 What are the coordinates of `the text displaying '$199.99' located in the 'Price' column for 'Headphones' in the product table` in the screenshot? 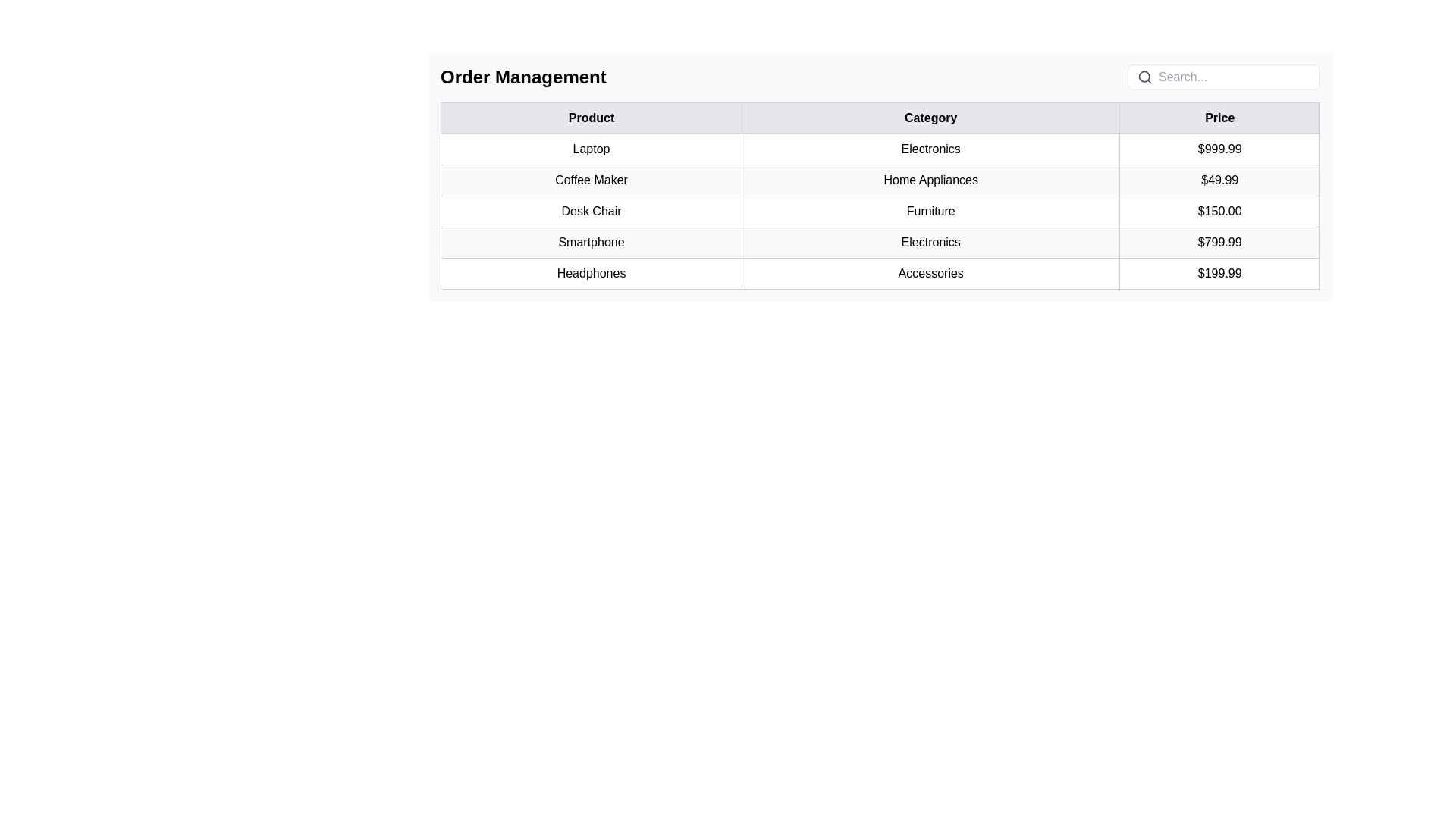 It's located at (1219, 274).